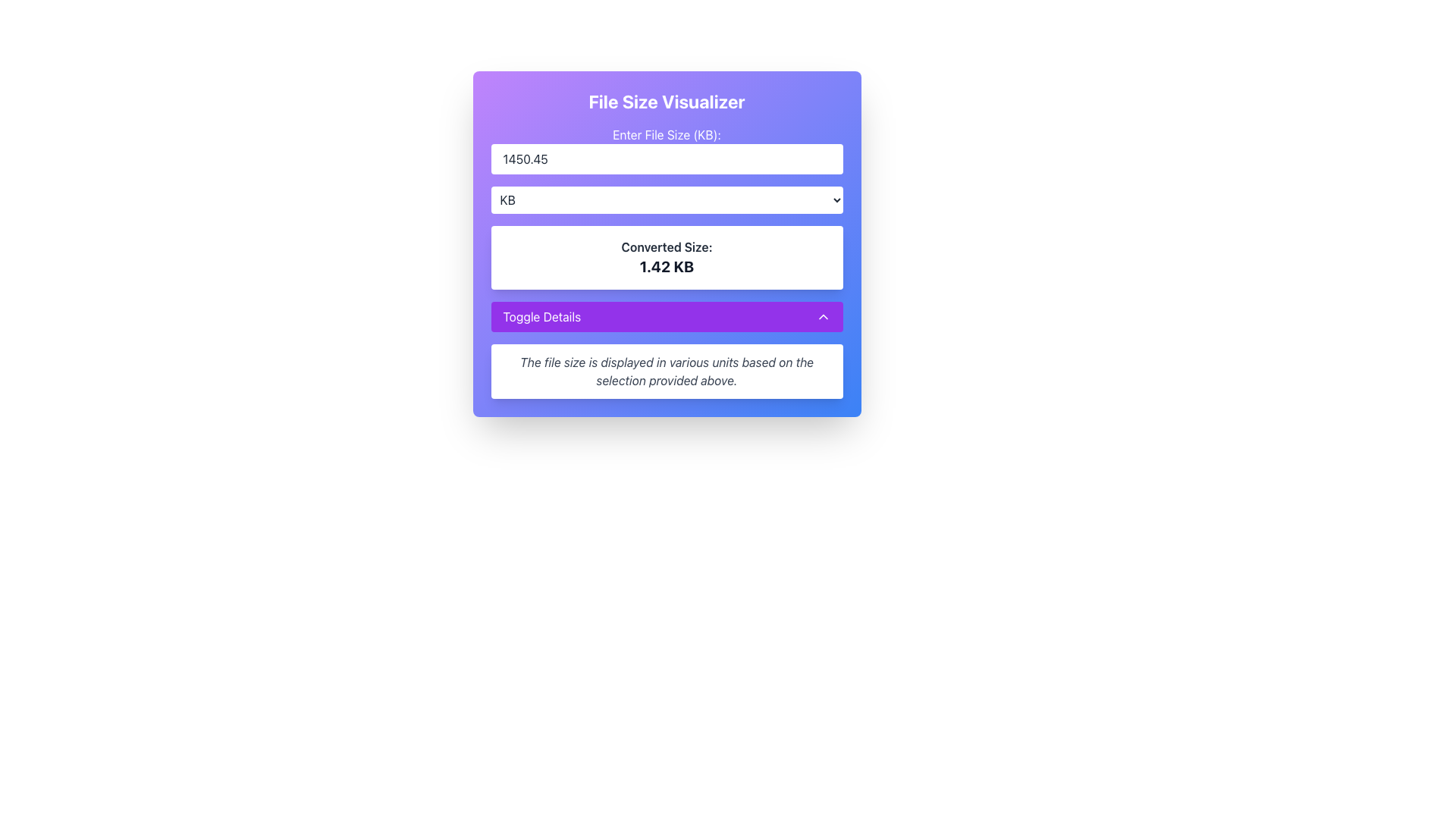 The height and width of the screenshot is (819, 1456). I want to click on the Chevron Up icon located to the far right of the 'Toggle Details' button, so click(822, 315).